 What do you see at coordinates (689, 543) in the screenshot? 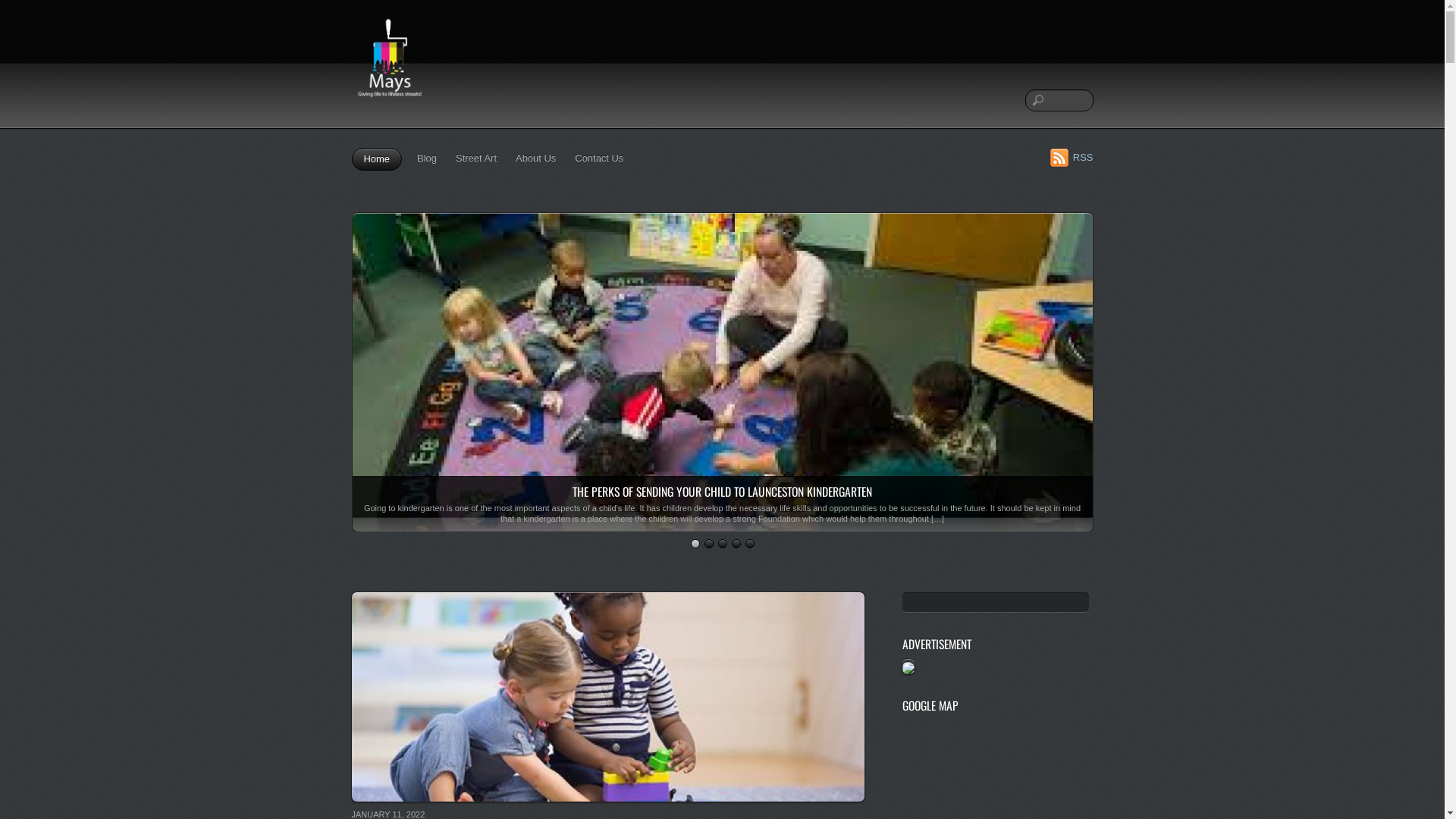
I see `'1'` at bounding box center [689, 543].